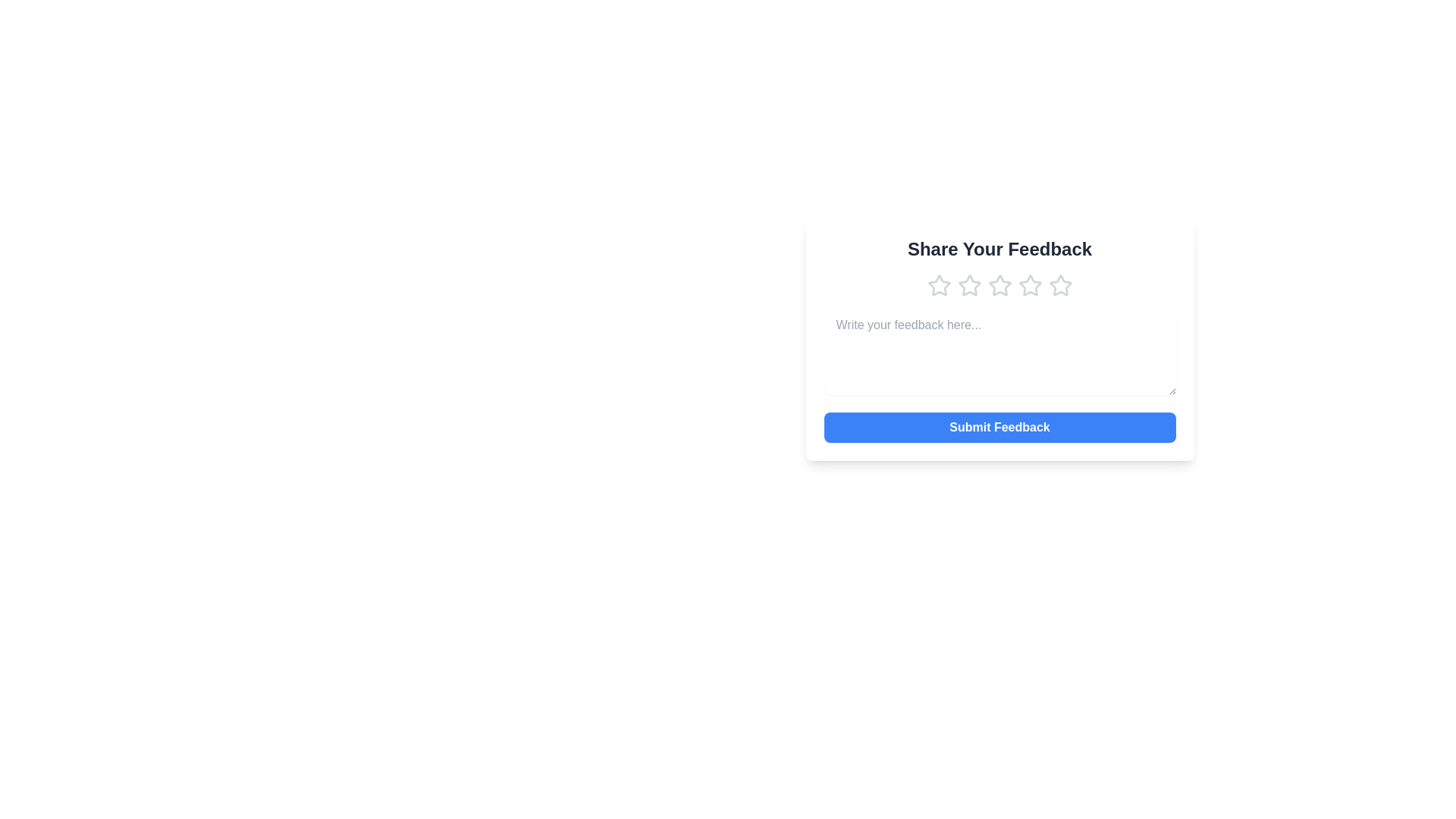 The width and height of the screenshot is (1456, 819). I want to click on the third star button in the rating system, so click(999, 286).